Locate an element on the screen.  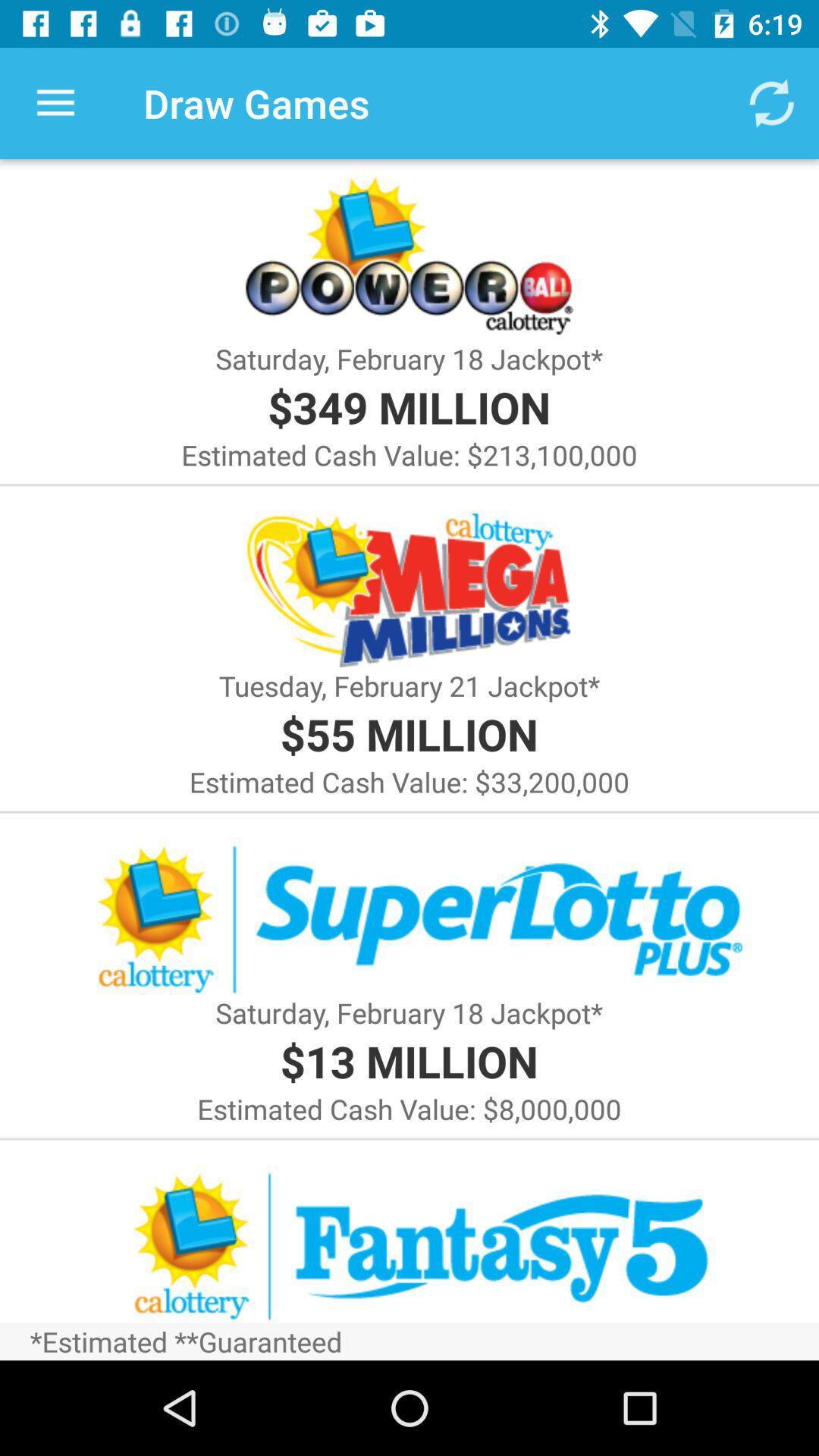
the item at the top right corner is located at coordinates (771, 102).